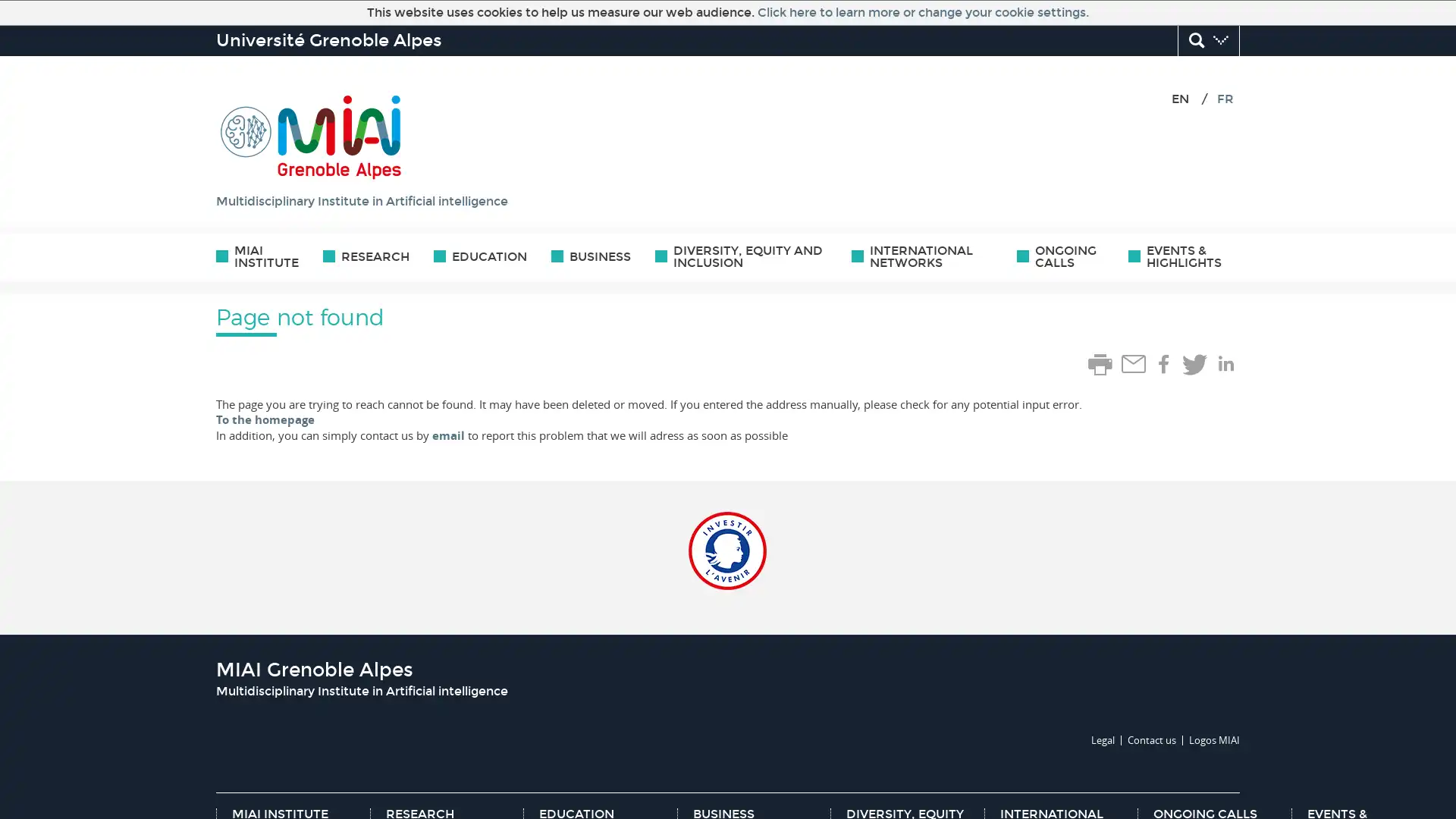 Image resolution: width=1456 pixels, height=819 pixels. What do you see at coordinates (1207, 40) in the screenshot?
I see `Search` at bounding box center [1207, 40].